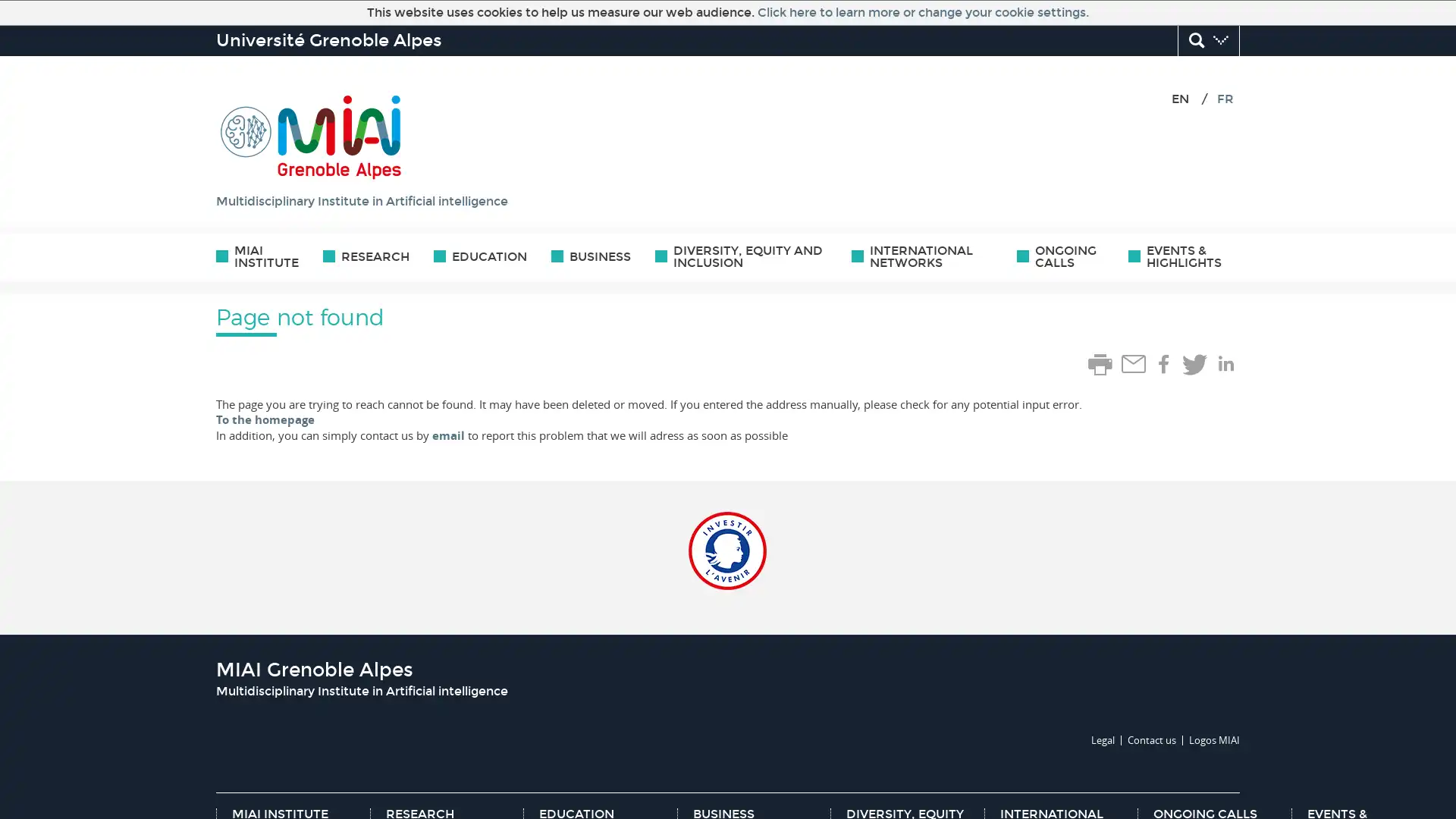 Image resolution: width=1456 pixels, height=819 pixels. What do you see at coordinates (1207, 40) in the screenshot?
I see `Search` at bounding box center [1207, 40].